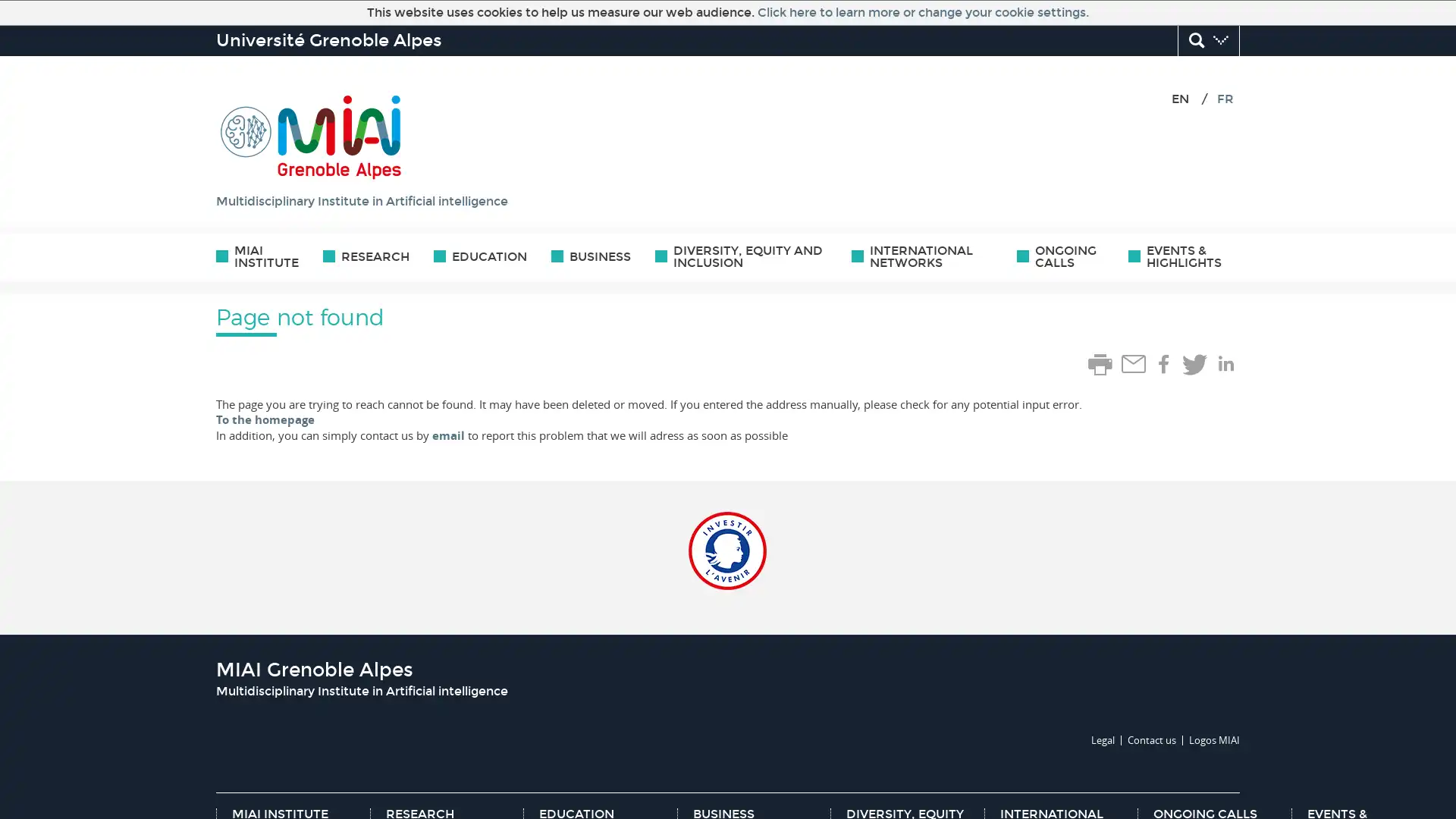 Image resolution: width=1456 pixels, height=819 pixels. What do you see at coordinates (1207, 40) in the screenshot?
I see `Search` at bounding box center [1207, 40].